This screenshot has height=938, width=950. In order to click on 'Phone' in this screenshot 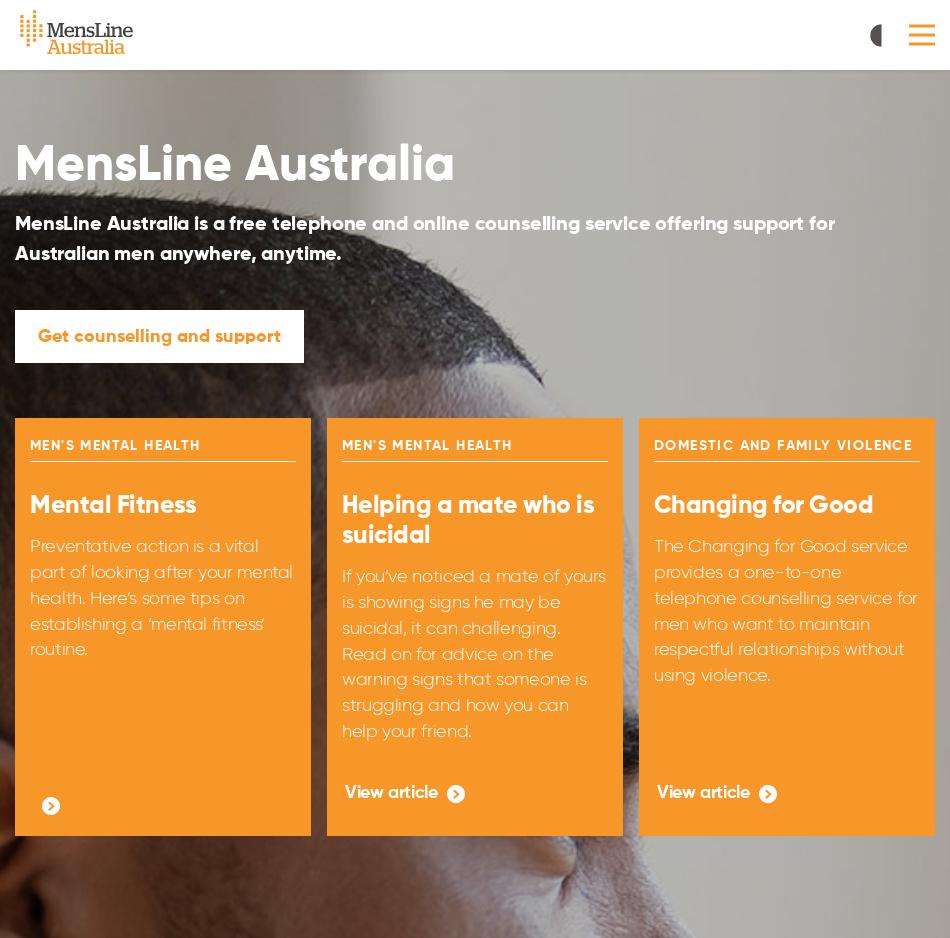, I will do `click(339, 396)`.